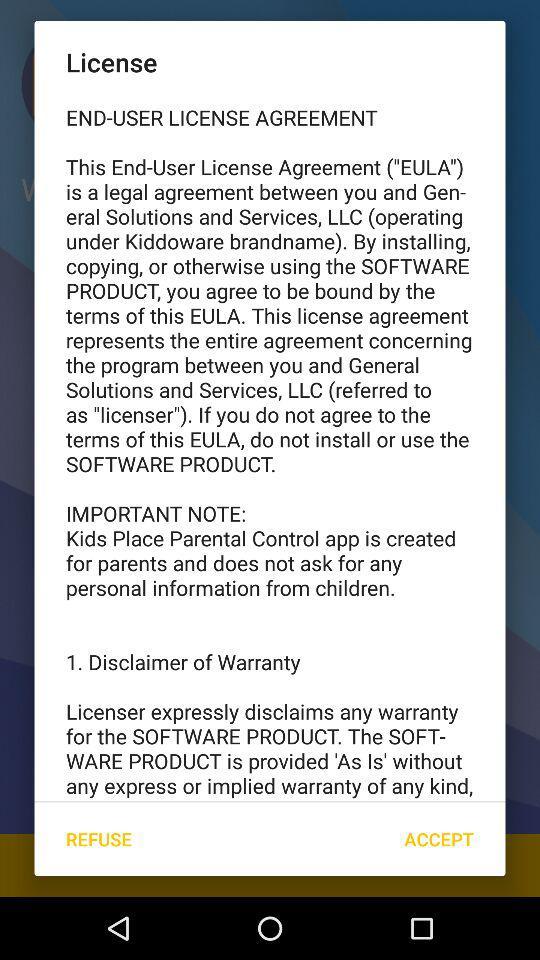 The height and width of the screenshot is (960, 540). I want to click on icon below end user license, so click(438, 839).